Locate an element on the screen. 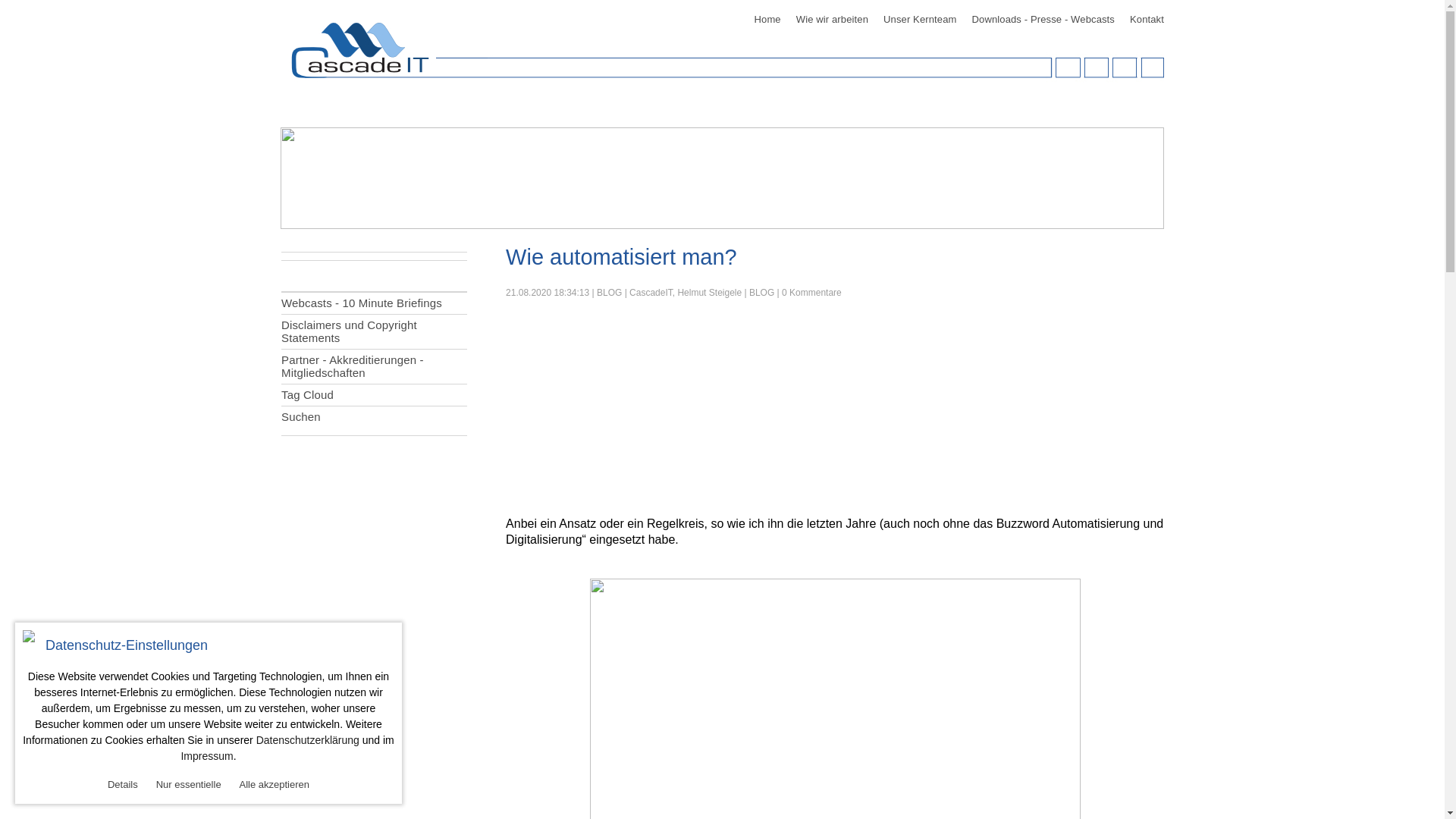  'Downloads - Presse - Webcasts' is located at coordinates (1043, 20).